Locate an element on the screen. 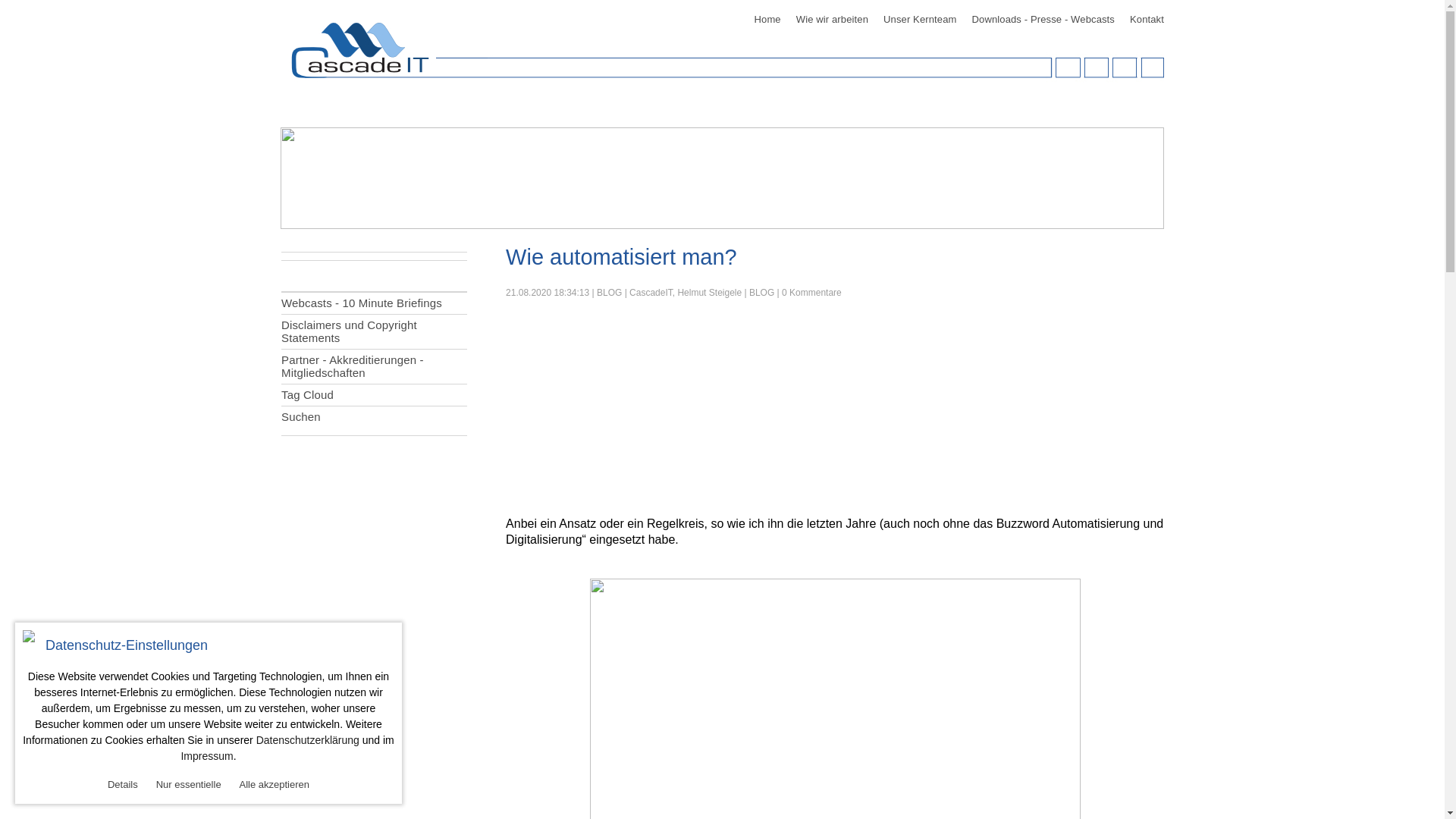  'Downloads - Presse - Webcasts' is located at coordinates (1043, 20).